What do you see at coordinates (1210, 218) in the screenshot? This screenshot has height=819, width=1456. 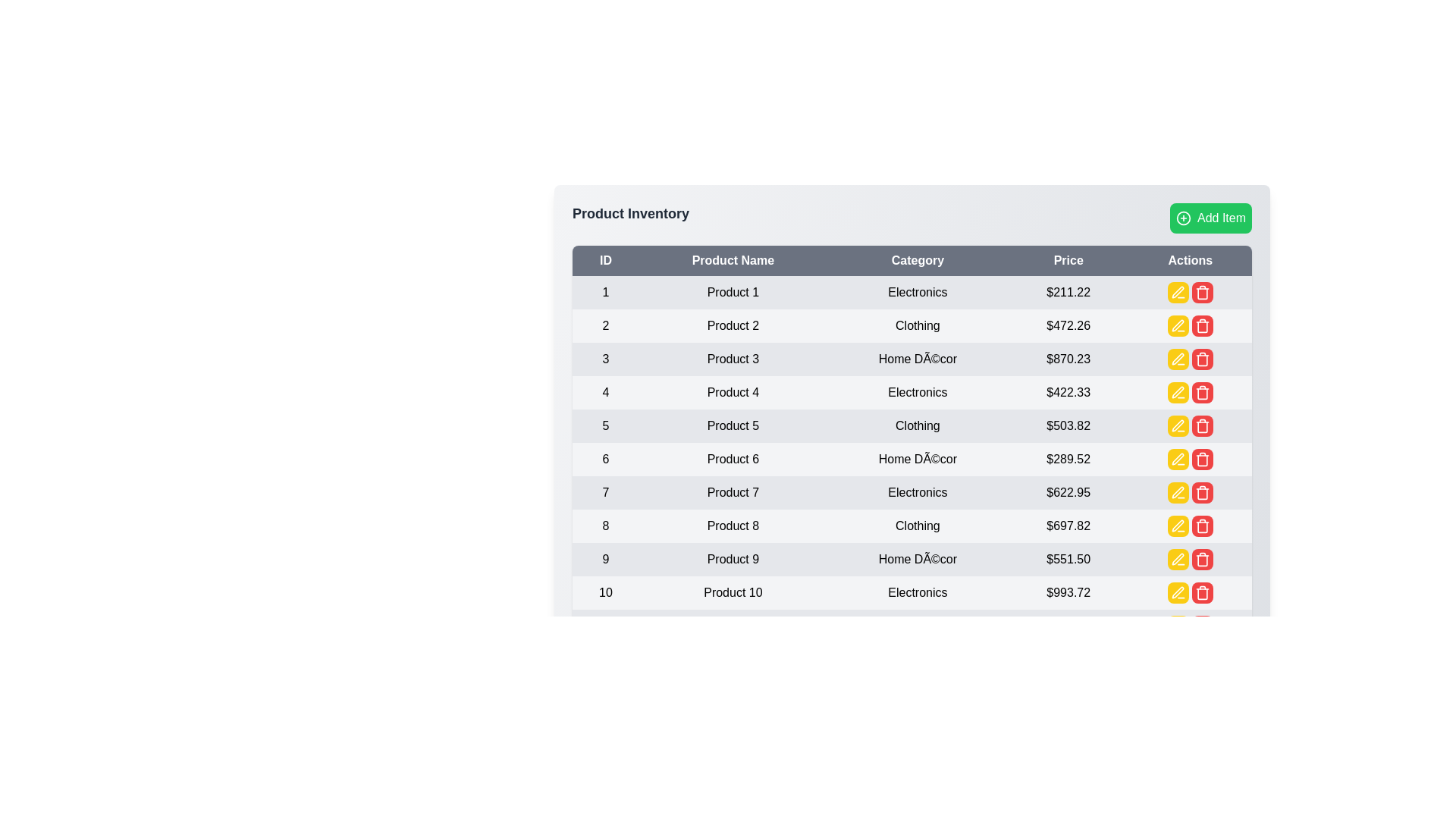 I see `the 'Add Item' button to initiate adding a new product` at bounding box center [1210, 218].